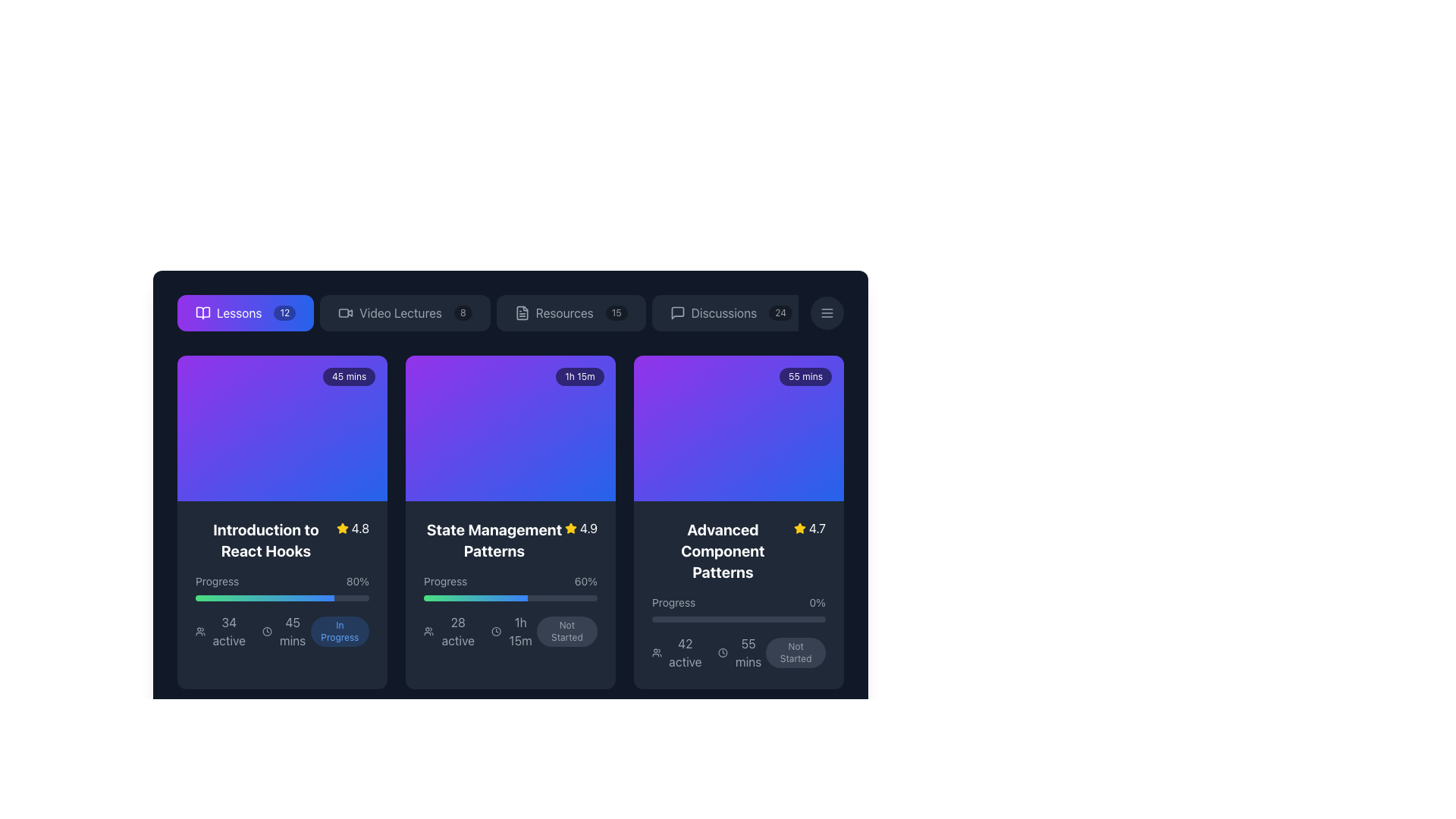 The image size is (1456, 819). Describe the element at coordinates (739, 551) in the screenshot. I see `the informative text element displaying the lesson title and its rating, located in the bottom part of the third card in a horizontally aligned card group, just below the purple content box` at that location.